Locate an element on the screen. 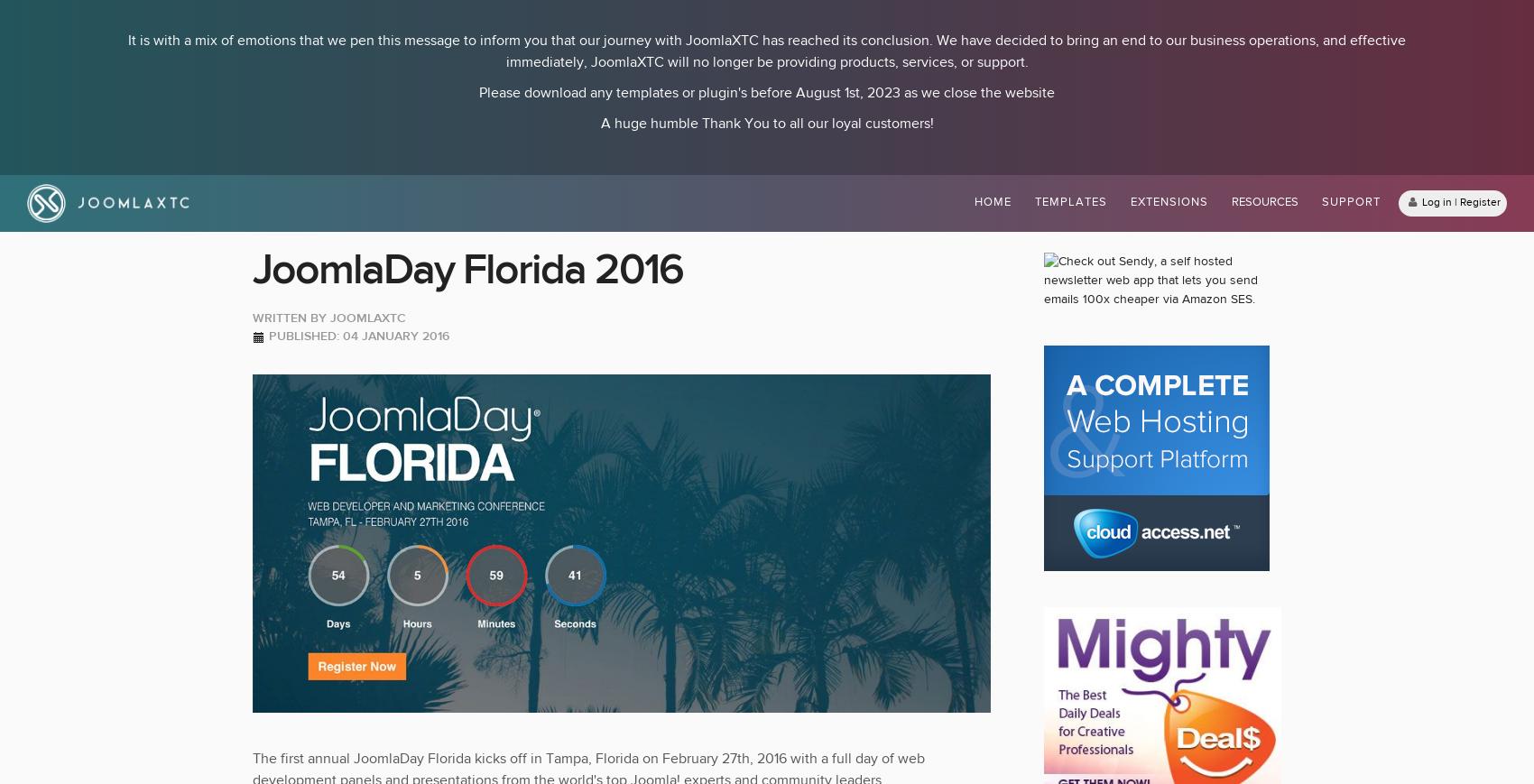  'A huge humble Thank You to all our loyal customers!' is located at coordinates (765, 123).